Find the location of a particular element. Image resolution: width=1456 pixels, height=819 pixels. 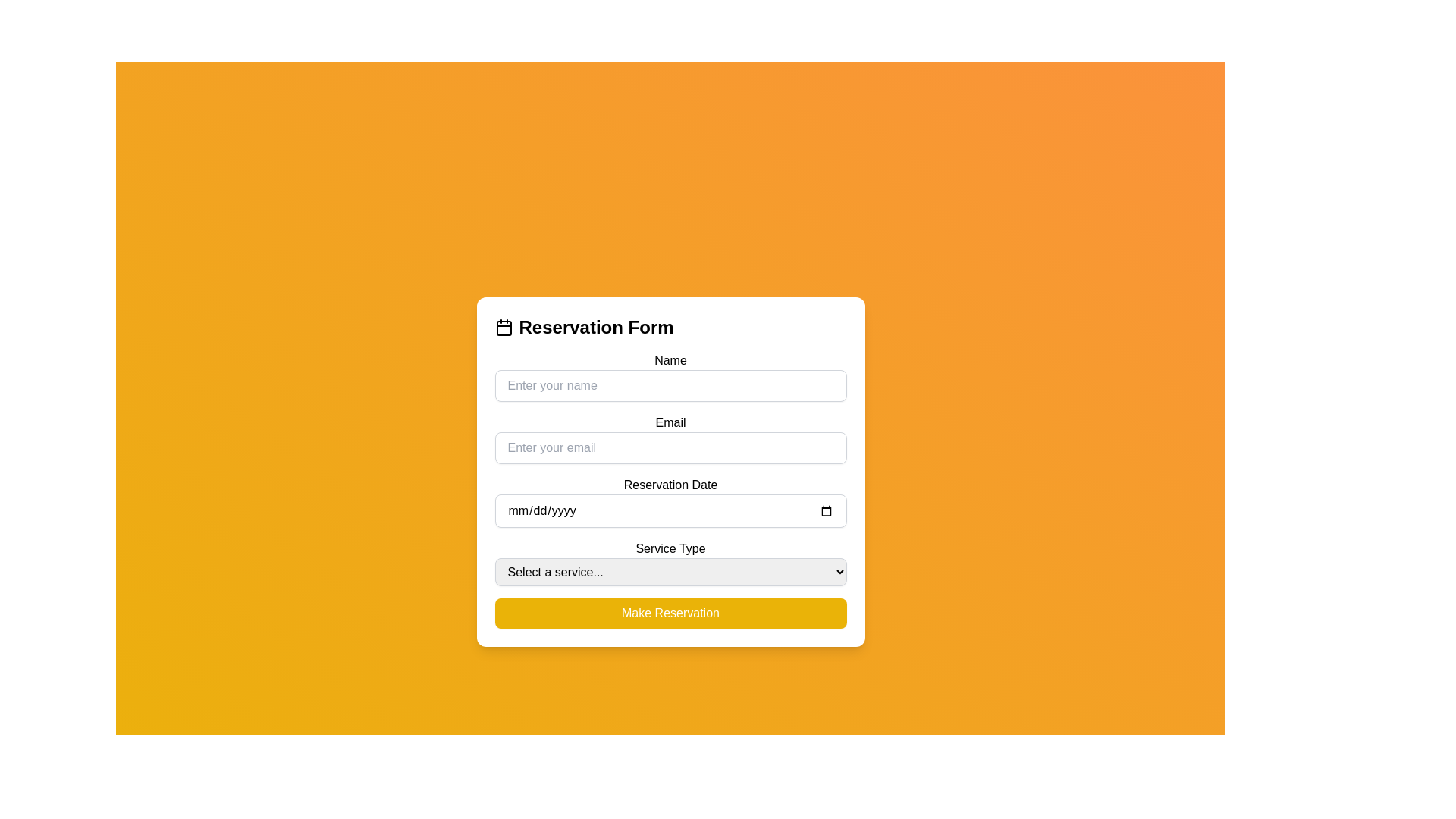

the date picker is located at coordinates (670, 510).